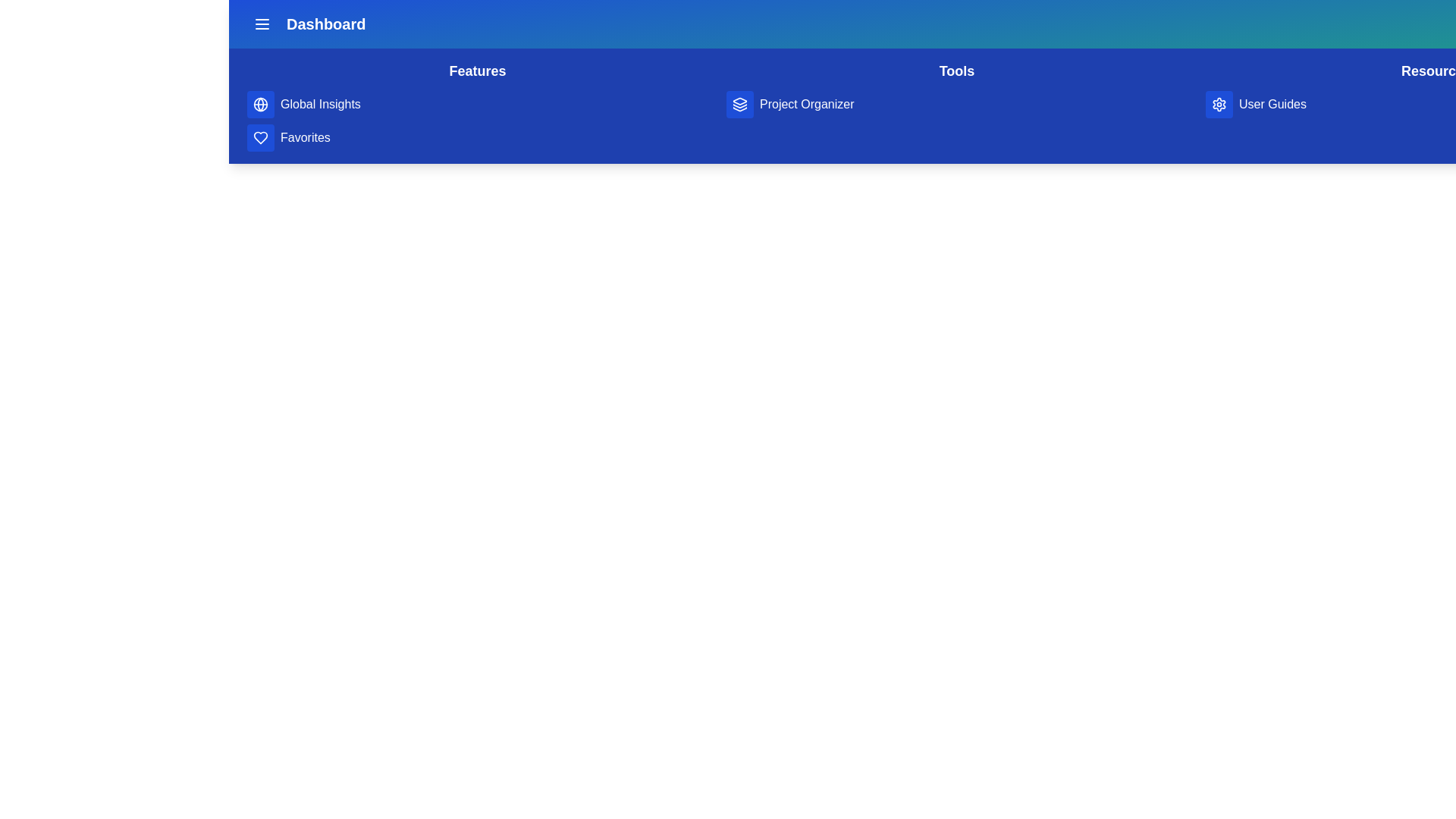  Describe the element at coordinates (806, 104) in the screenshot. I see `the 'Project Organizer' text label located in the top navigation bar of the 'Tools' section to use it as a navigation reference` at that location.